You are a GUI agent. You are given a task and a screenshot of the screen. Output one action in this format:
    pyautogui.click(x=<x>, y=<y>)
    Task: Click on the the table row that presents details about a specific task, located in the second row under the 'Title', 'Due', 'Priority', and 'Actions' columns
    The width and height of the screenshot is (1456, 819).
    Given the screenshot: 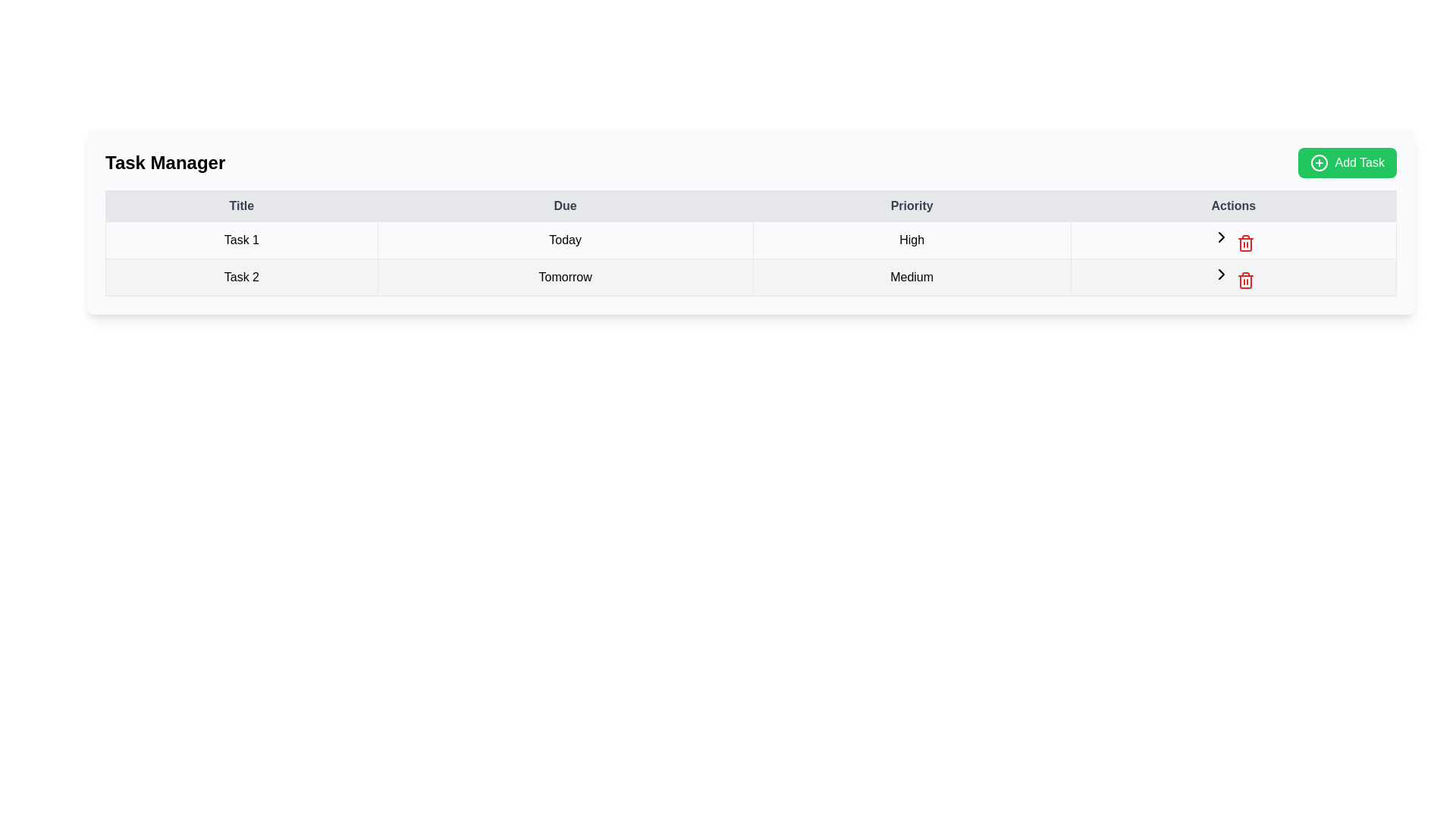 What is the action you would take?
    pyautogui.click(x=751, y=277)
    